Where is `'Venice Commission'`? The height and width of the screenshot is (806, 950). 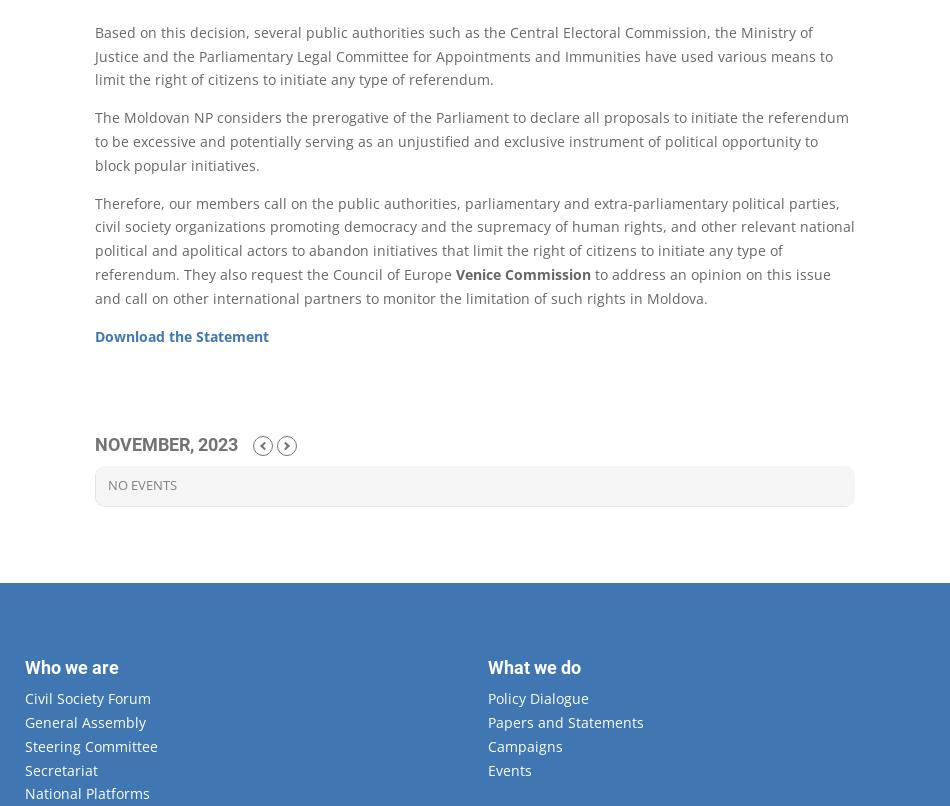 'Venice Commission' is located at coordinates (523, 273).